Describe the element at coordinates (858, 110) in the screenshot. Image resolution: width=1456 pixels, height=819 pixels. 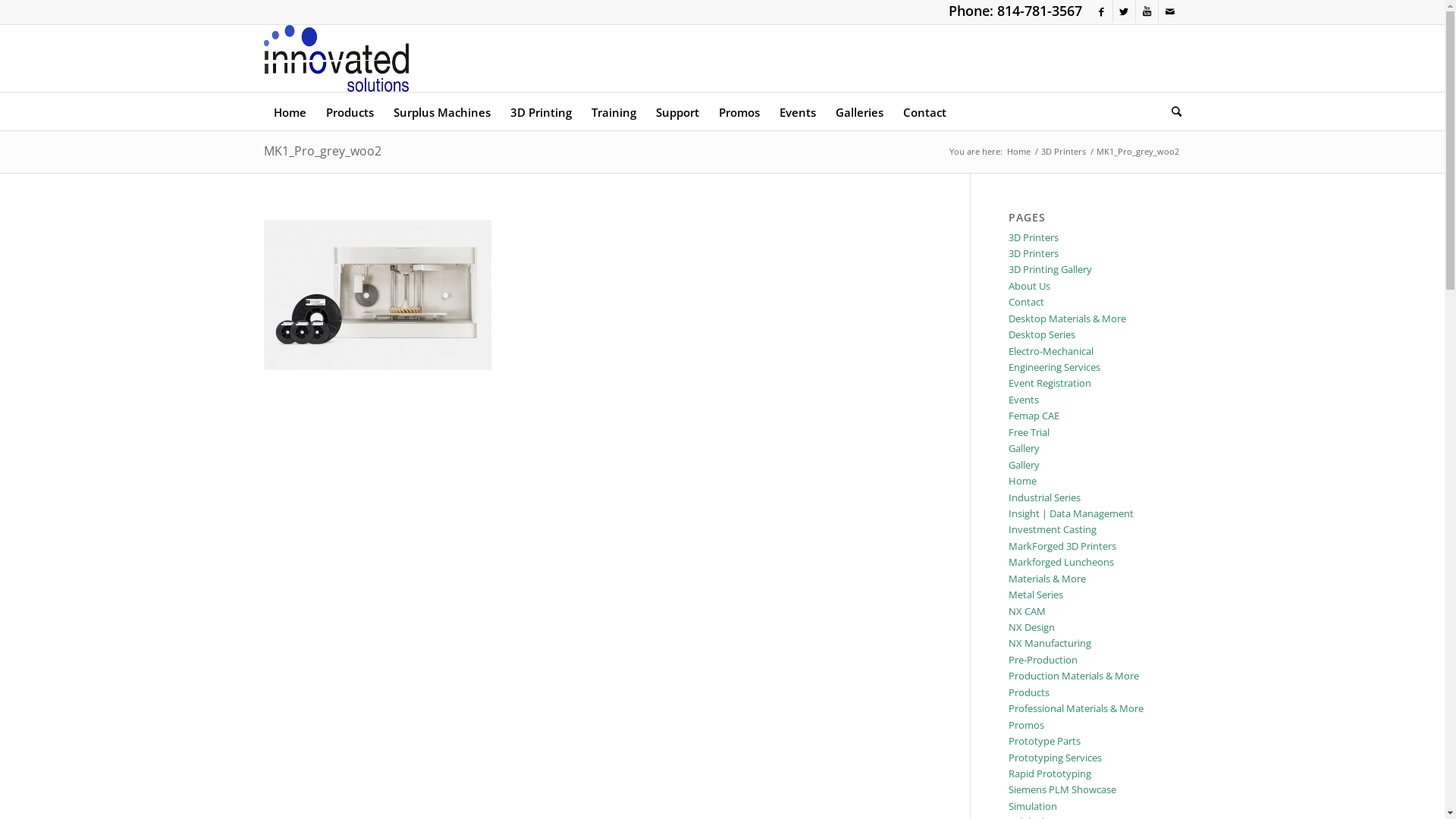
I see `'Galleries'` at that location.